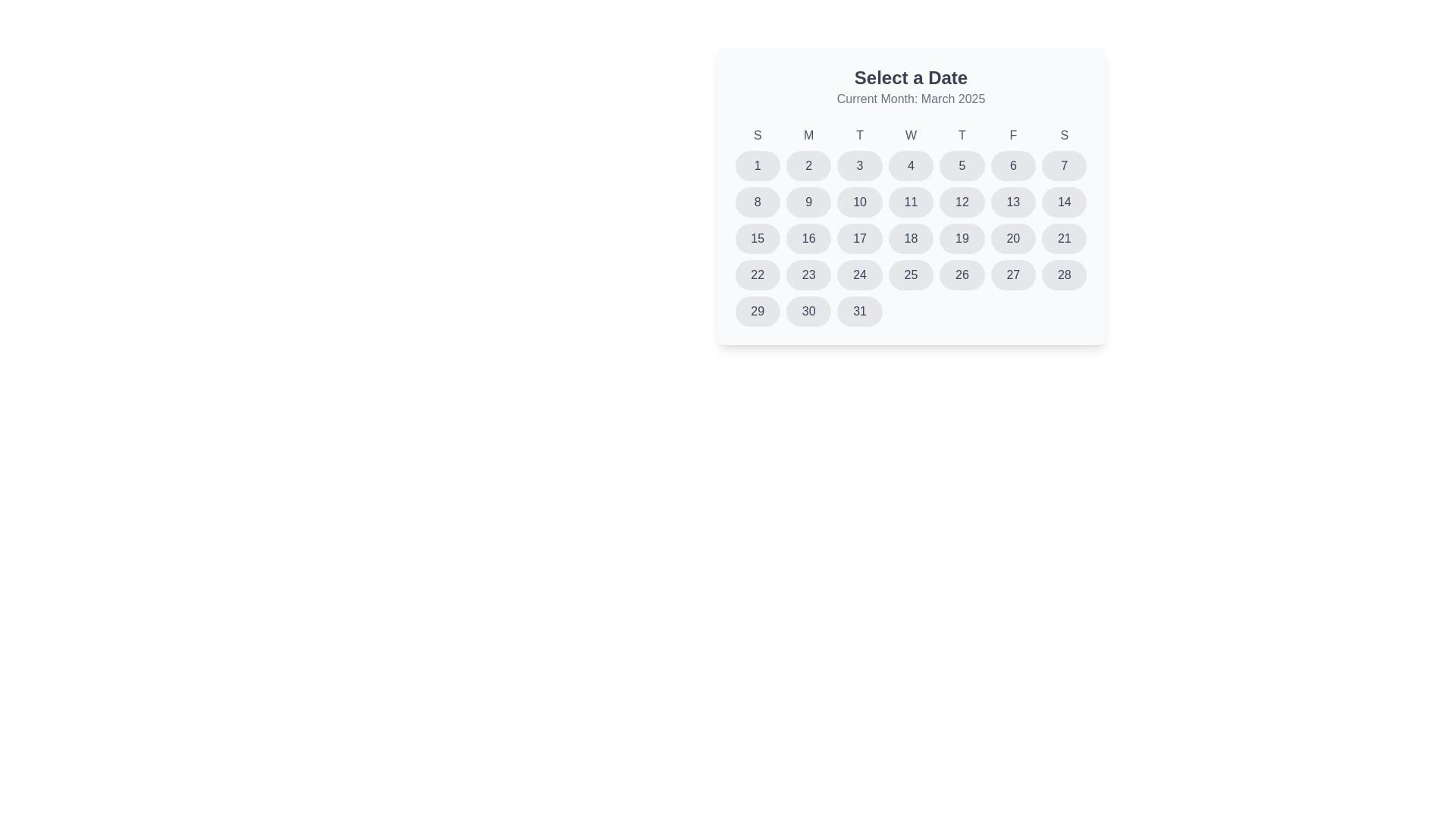 This screenshot has height=819, width=1456. Describe the element at coordinates (910, 195) in the screenshot. I see `a date cell within the Calendar view component` at that location.